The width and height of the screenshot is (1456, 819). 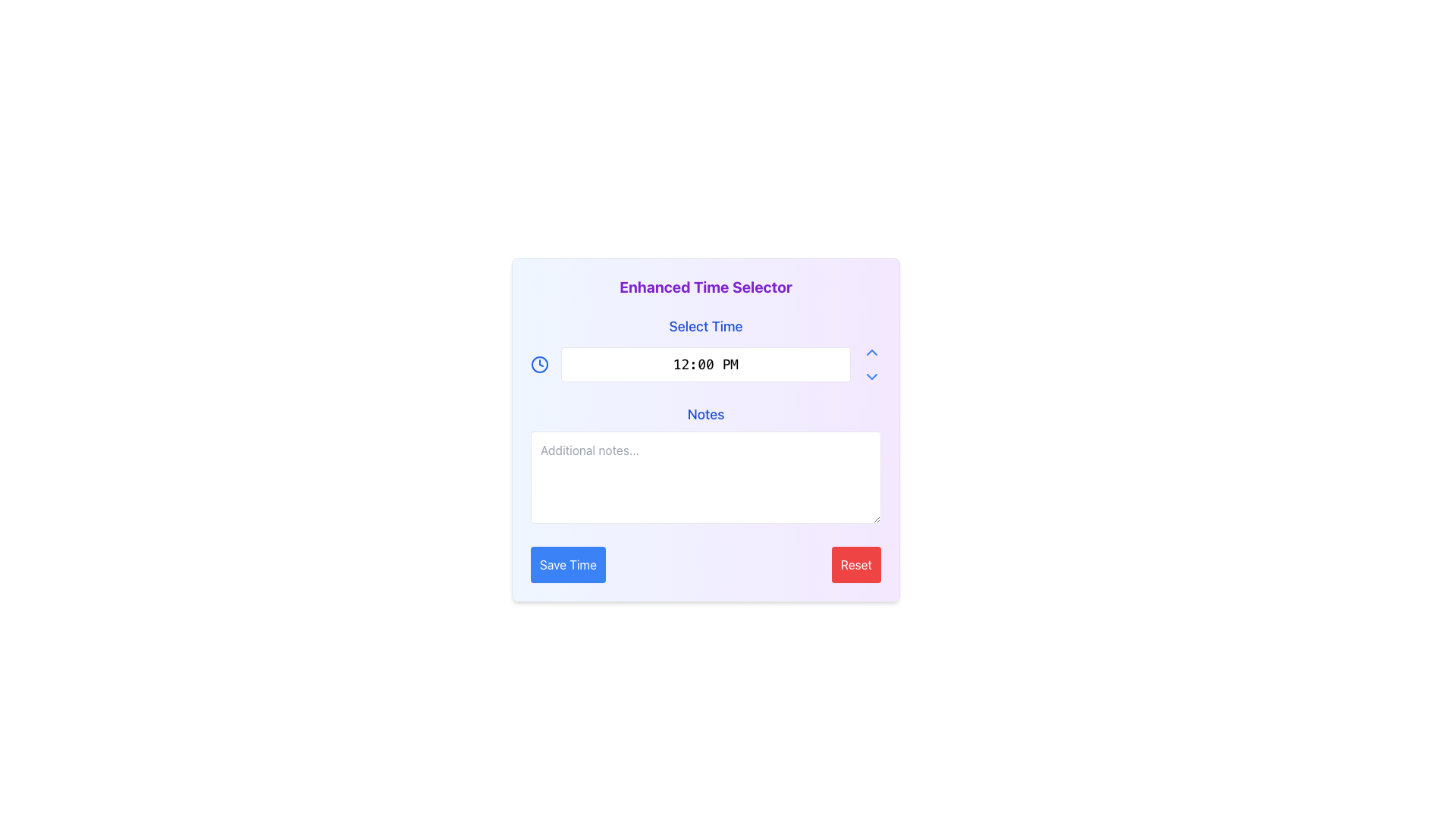 What do you see at coordinates (705, 365) in the screenshot?
I see `the non-editable text input field displaying '12:00 PM' in the 'Select Time' section to focus` at bounding box center [705, 365].